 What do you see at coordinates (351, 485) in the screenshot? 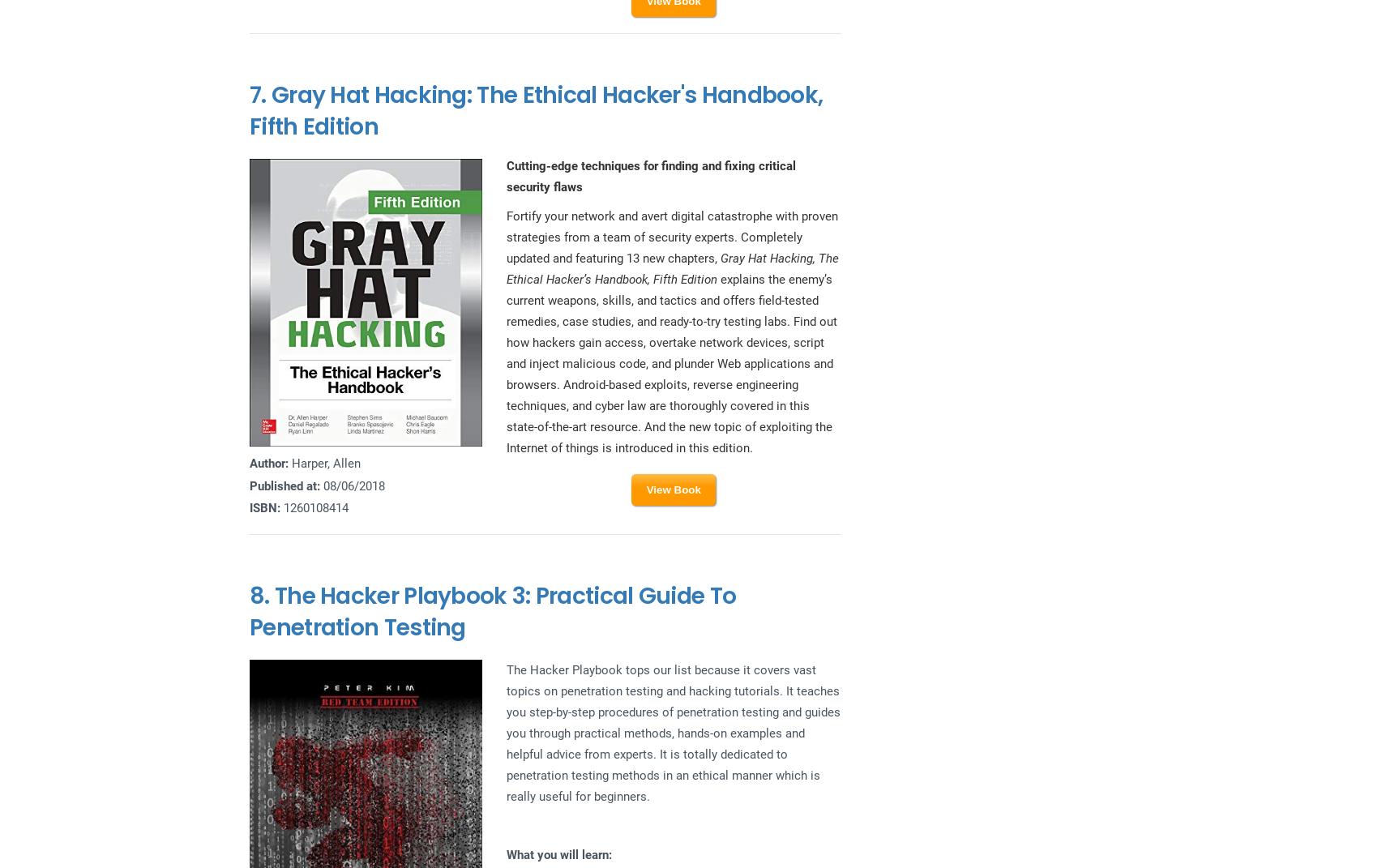
I see `'08/06/2018'` at bounding box center [351, 485].